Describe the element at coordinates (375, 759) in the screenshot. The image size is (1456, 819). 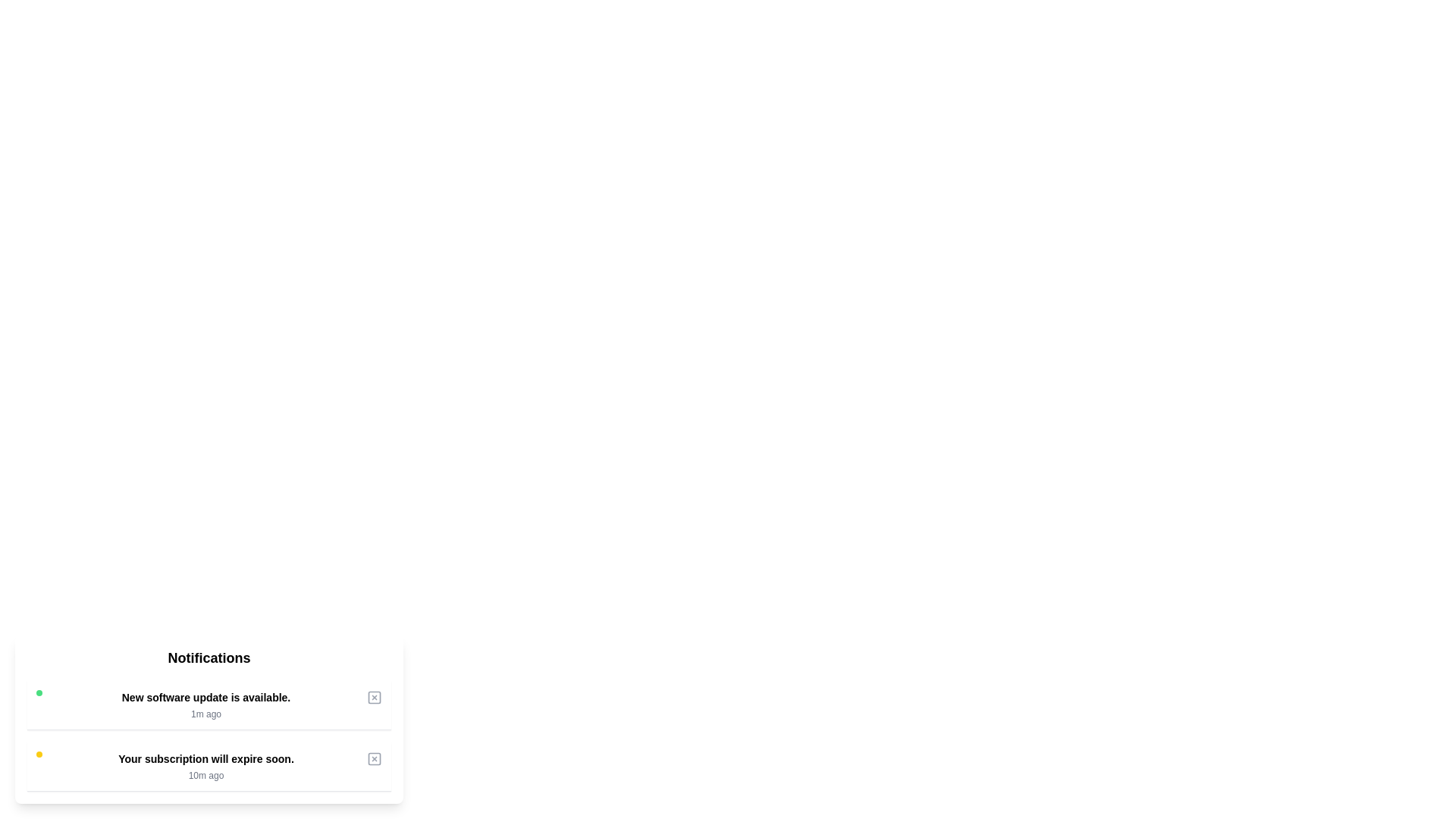
I see `the small square graphical element with rounded corners and a thin border that serves as the base for a close or dismiss-themed icon located at the bottom-right corner of the second notification card` at that location.